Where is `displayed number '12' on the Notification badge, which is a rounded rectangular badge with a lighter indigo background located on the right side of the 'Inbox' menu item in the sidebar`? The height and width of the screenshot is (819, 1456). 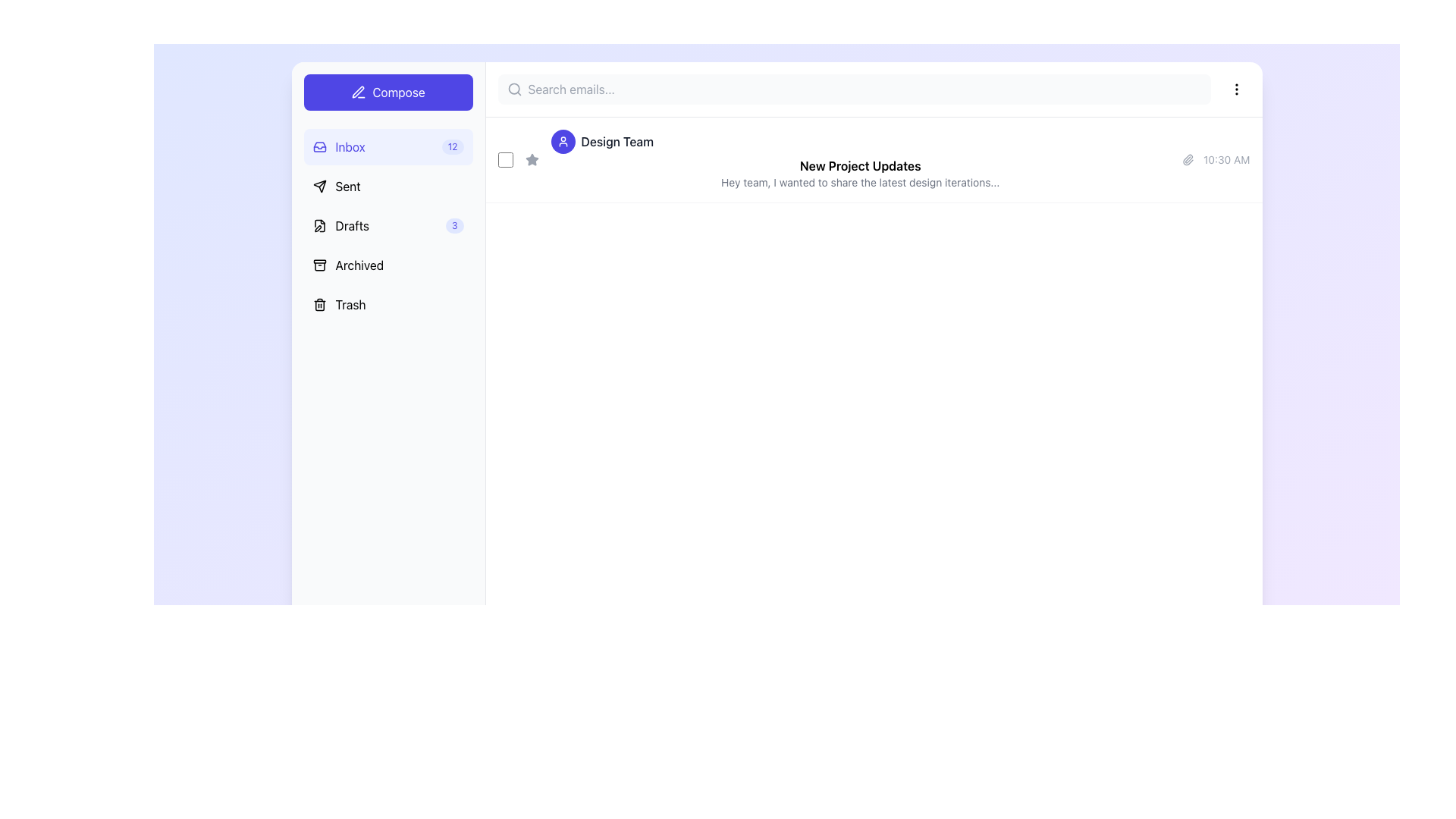
displayed number '12' on the Notification badge, which is a rounded rectangular badge with a lighter indigo background located on the right side of the 'Inbox' menu item in the sidebar is located at coordinates (452, 146).